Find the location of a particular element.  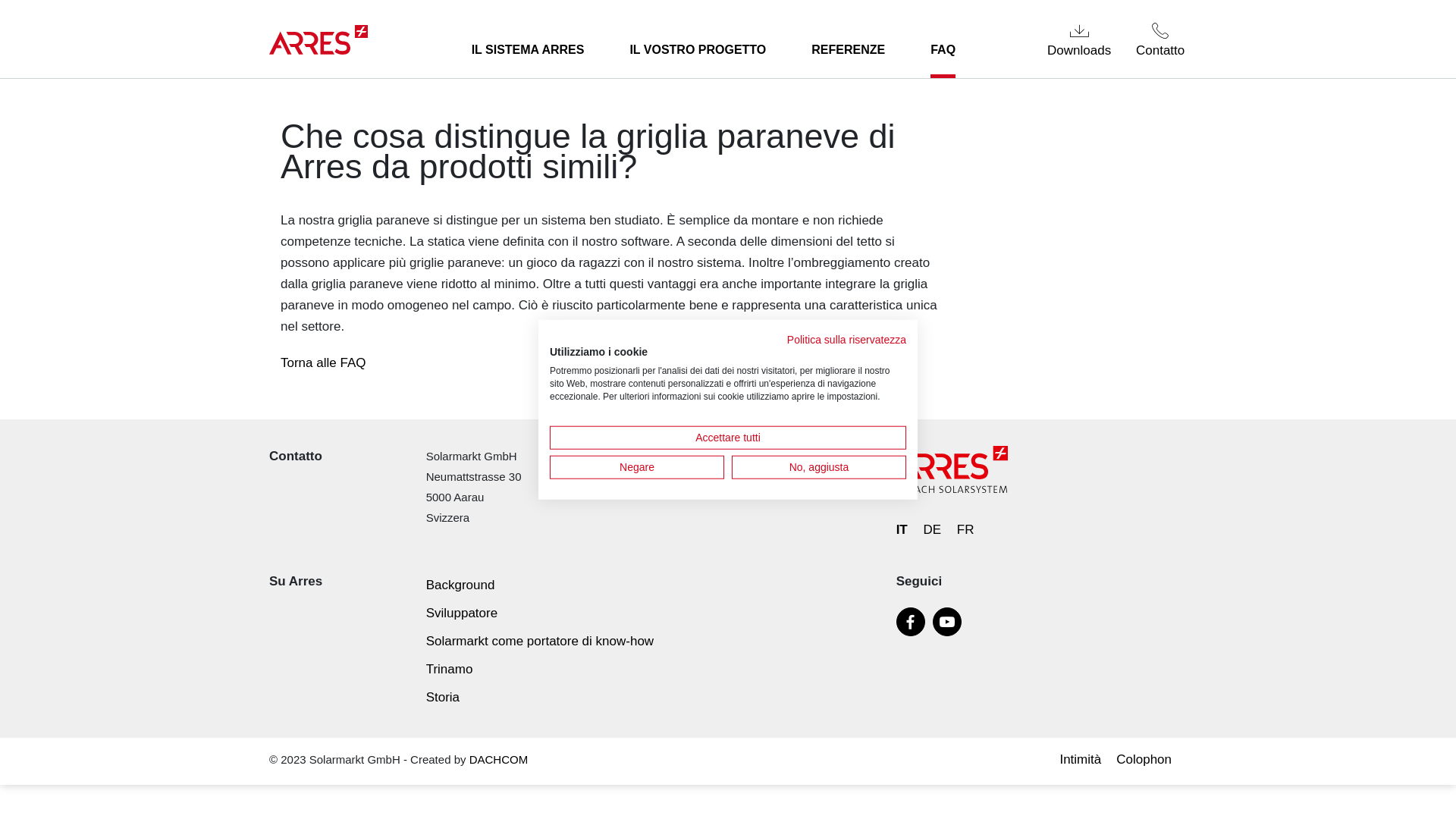

'REFERENZE' is located at coordinates (811, 49).